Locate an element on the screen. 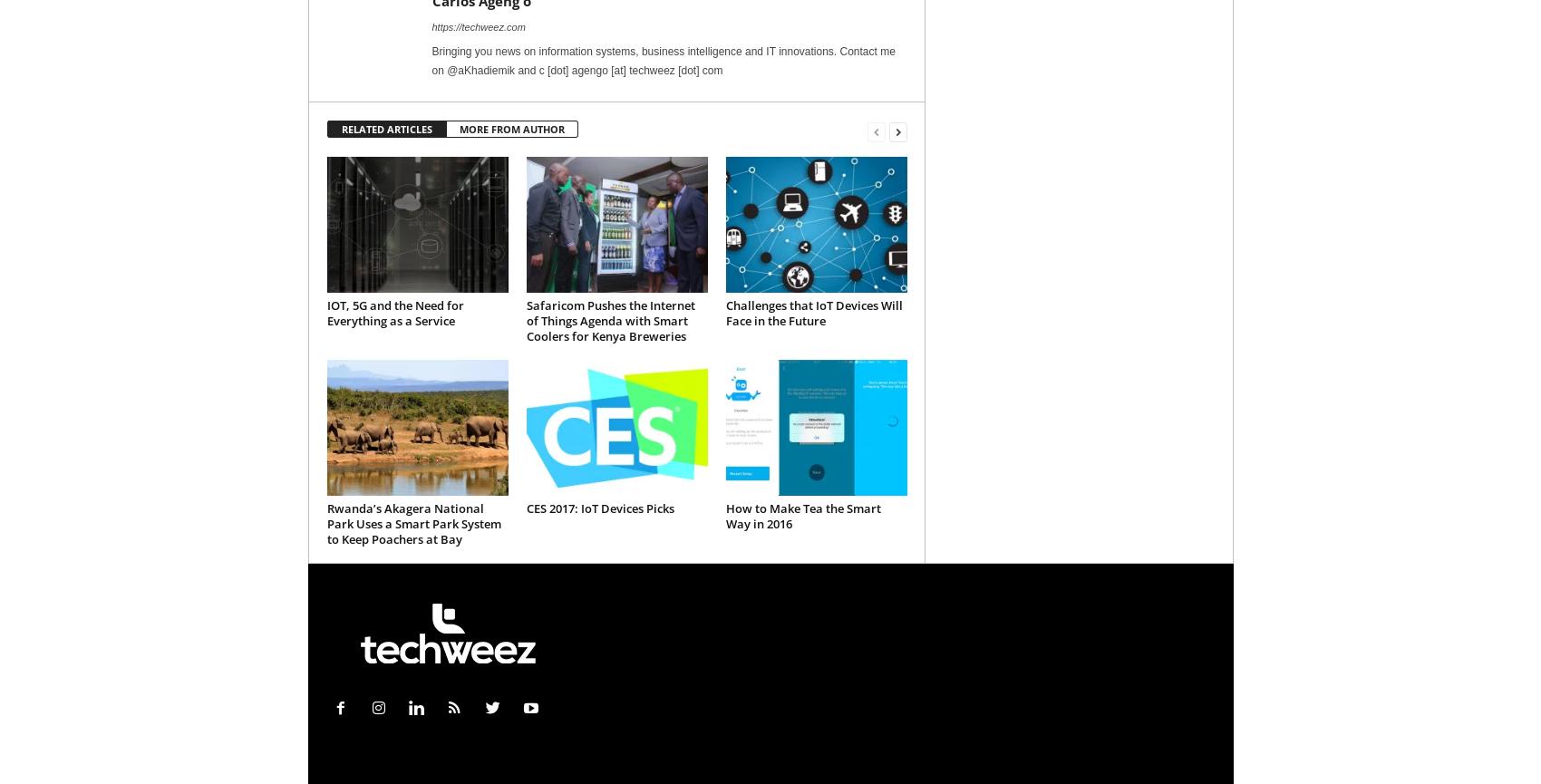 This screenshot has width=1541, height=784. 'https://techweez.com' is located at coordinates (478, 27).